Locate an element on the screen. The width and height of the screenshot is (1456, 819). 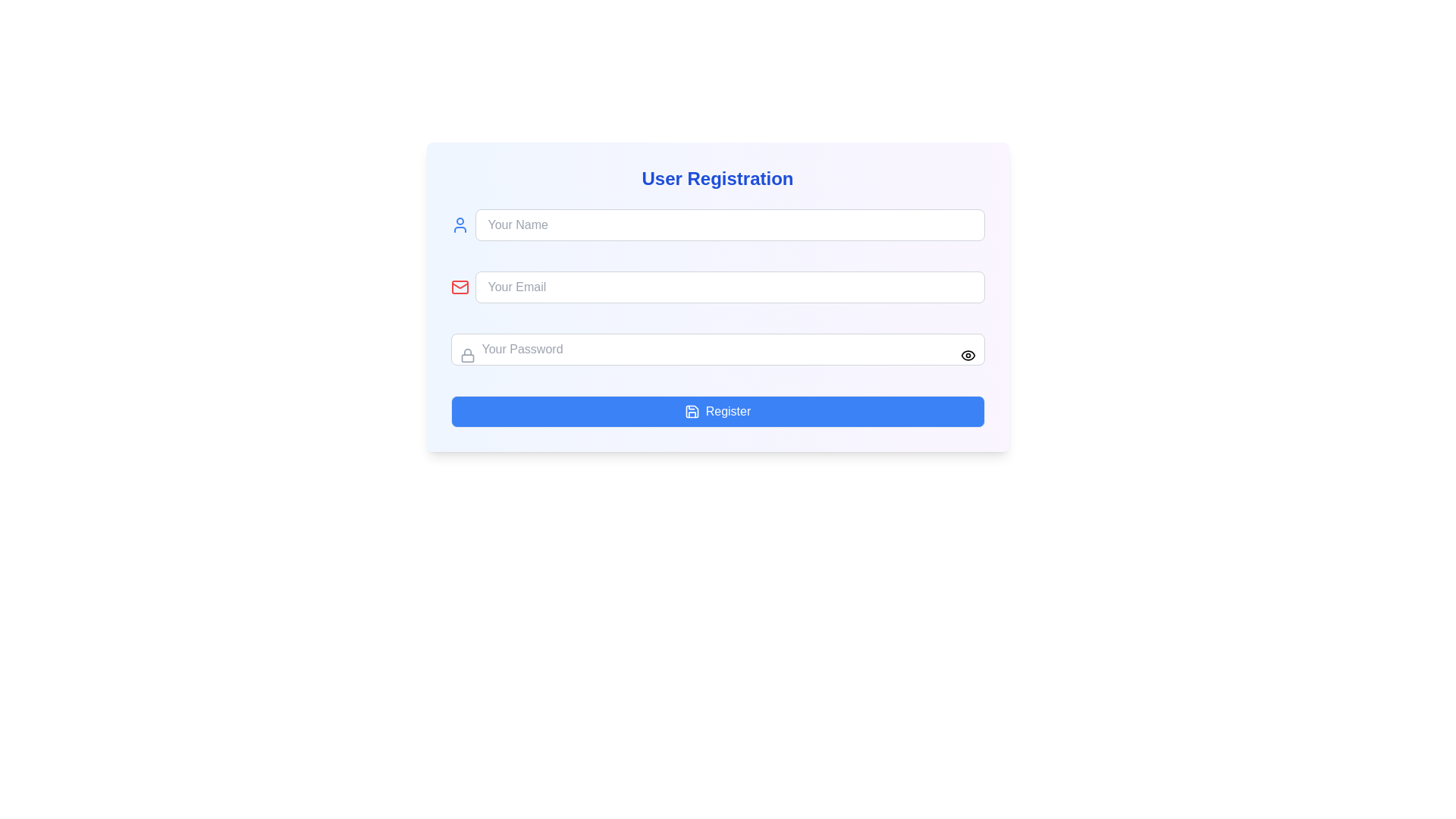
the header text element styled with large, bold, blue font reading 'User Registration', which is centrally aligned at the top of the registration form is located at coordinates (717, 177).